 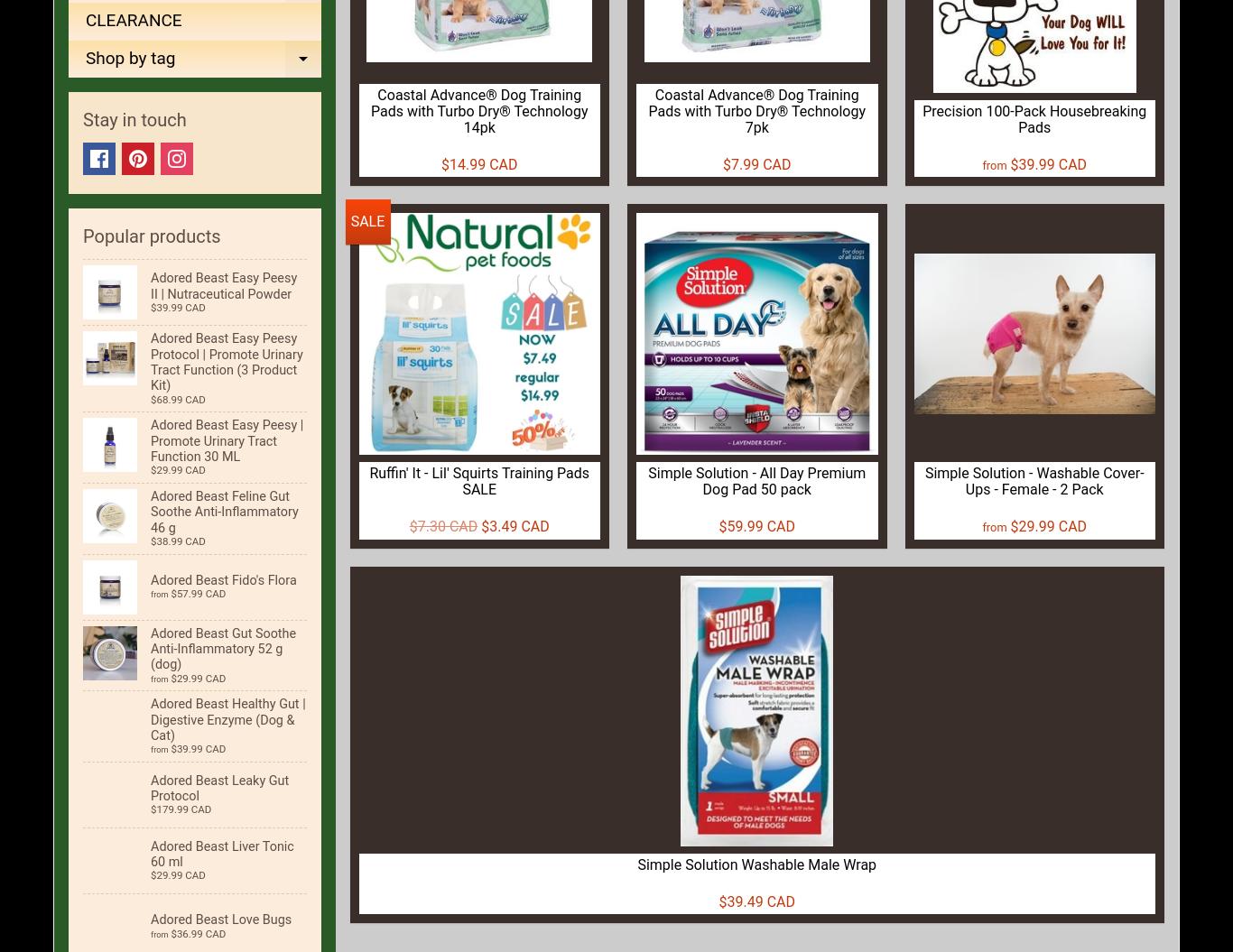 What do you see at coordinates (478, 111) in the screenshot?
I see `'Coastal Advance® Dog Training Pads with Turbo Dry® Technology 14pk'` at bounding box center [478, 111].